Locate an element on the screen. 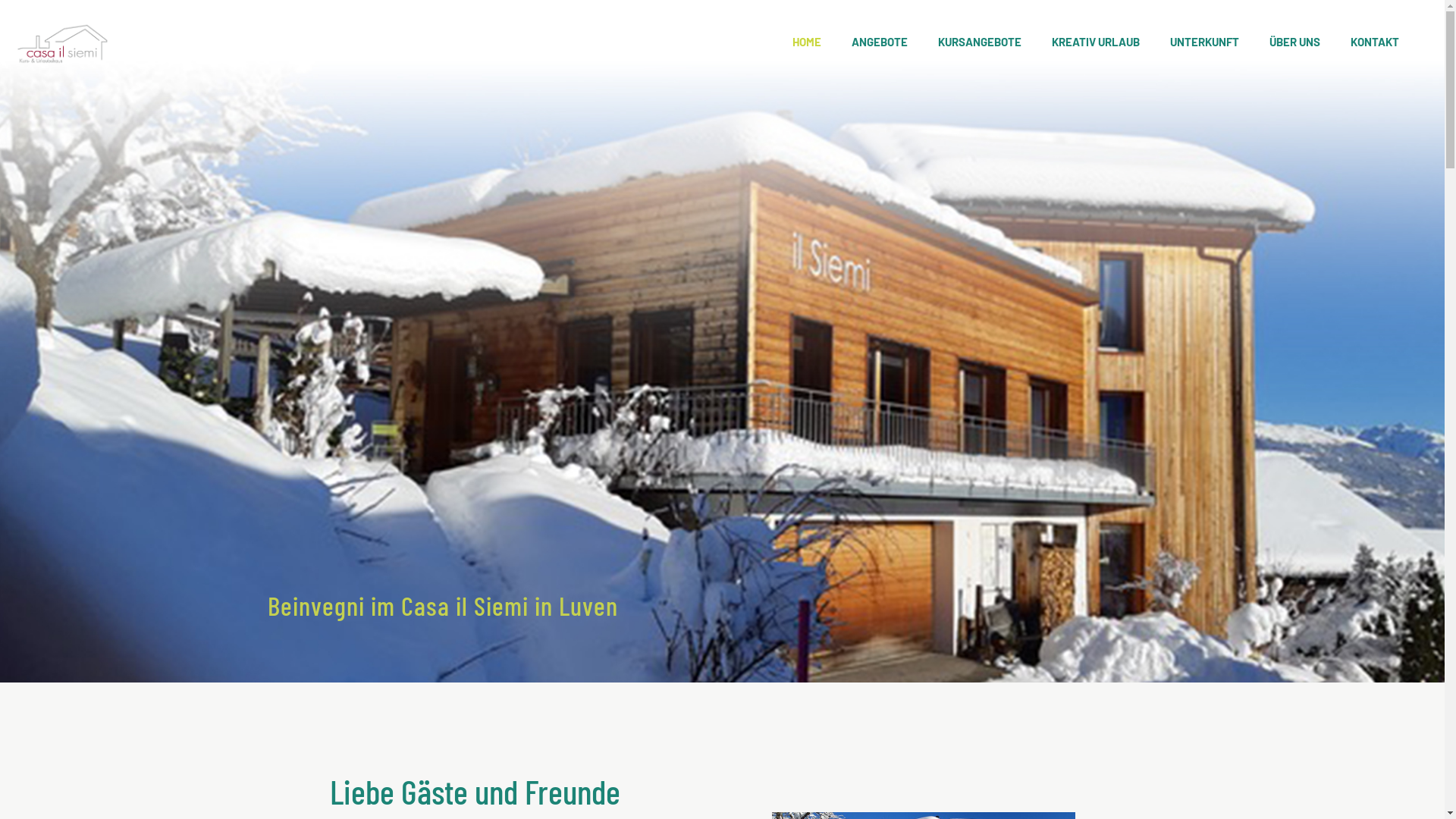 Image resolution: width=1456 pixels, height=819 pixels. 'HOME' is located at coordinates (806, 40).